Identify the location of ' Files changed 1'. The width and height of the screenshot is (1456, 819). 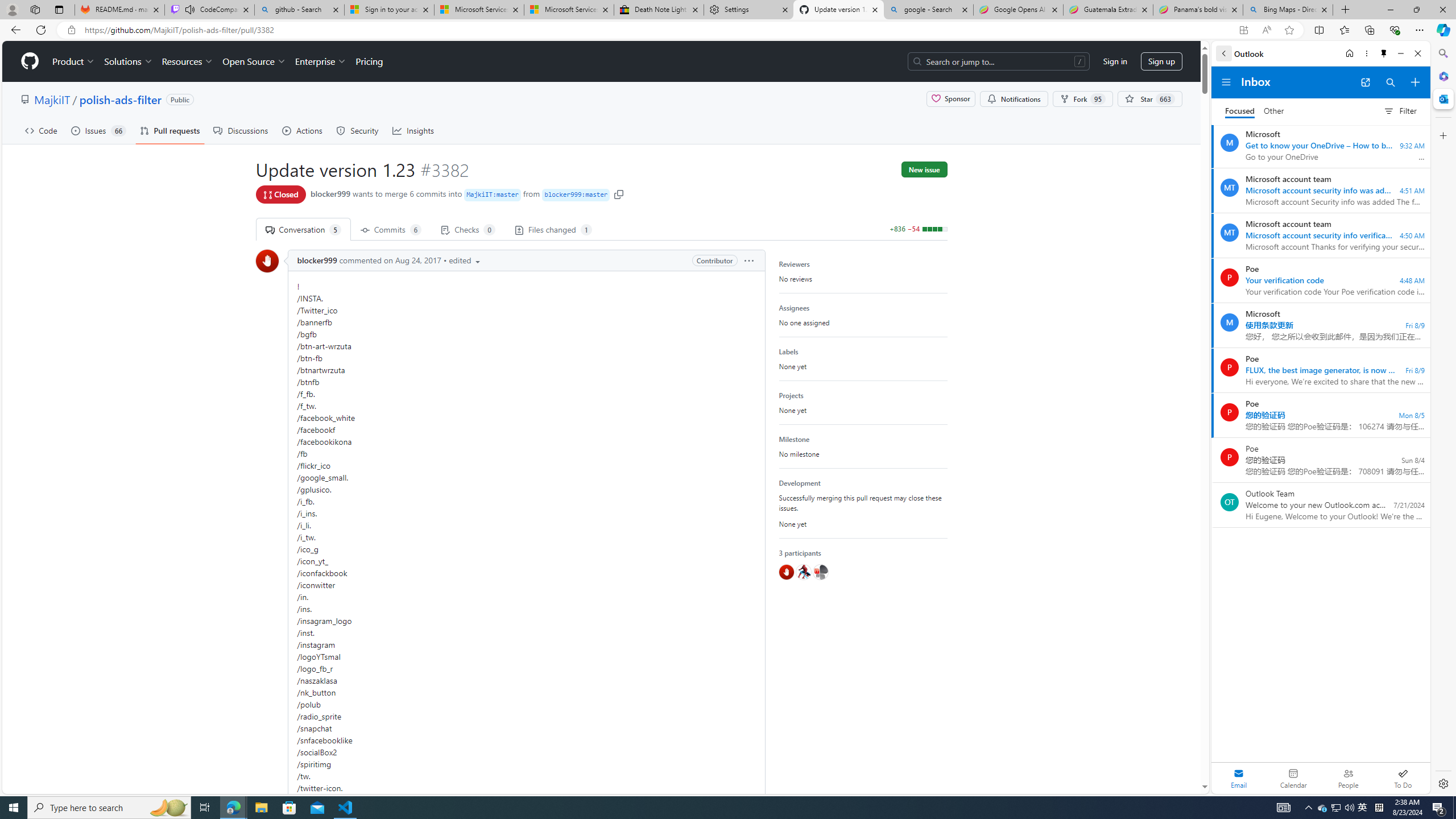
(552, 229).